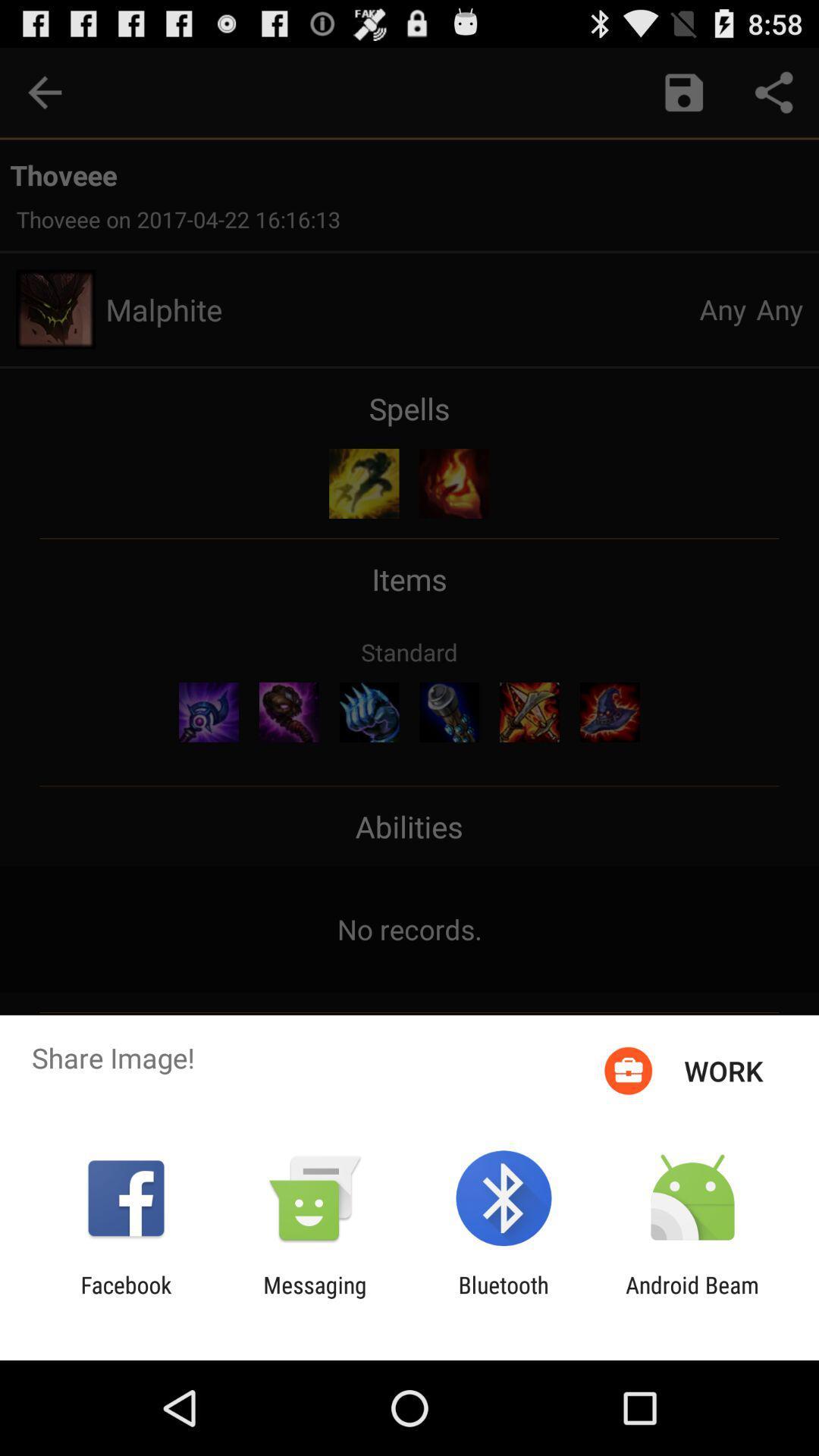 This screenshot has width=819, height=1456. I want to click on the item to the left of messaging item, so click(125, 1298).